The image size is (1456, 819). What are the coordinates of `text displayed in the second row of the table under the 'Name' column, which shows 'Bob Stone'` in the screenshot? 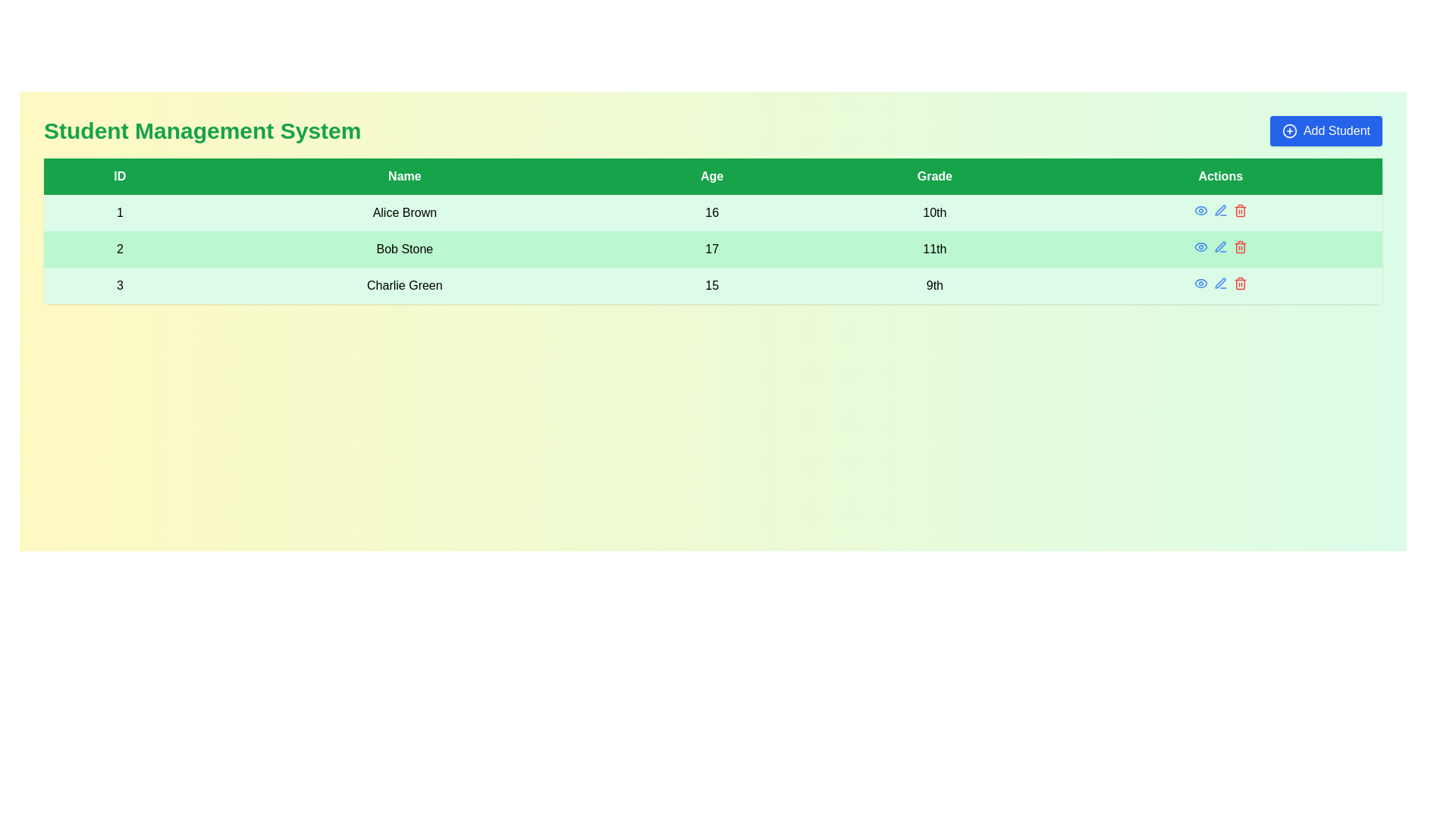 It's located at (404, 248).